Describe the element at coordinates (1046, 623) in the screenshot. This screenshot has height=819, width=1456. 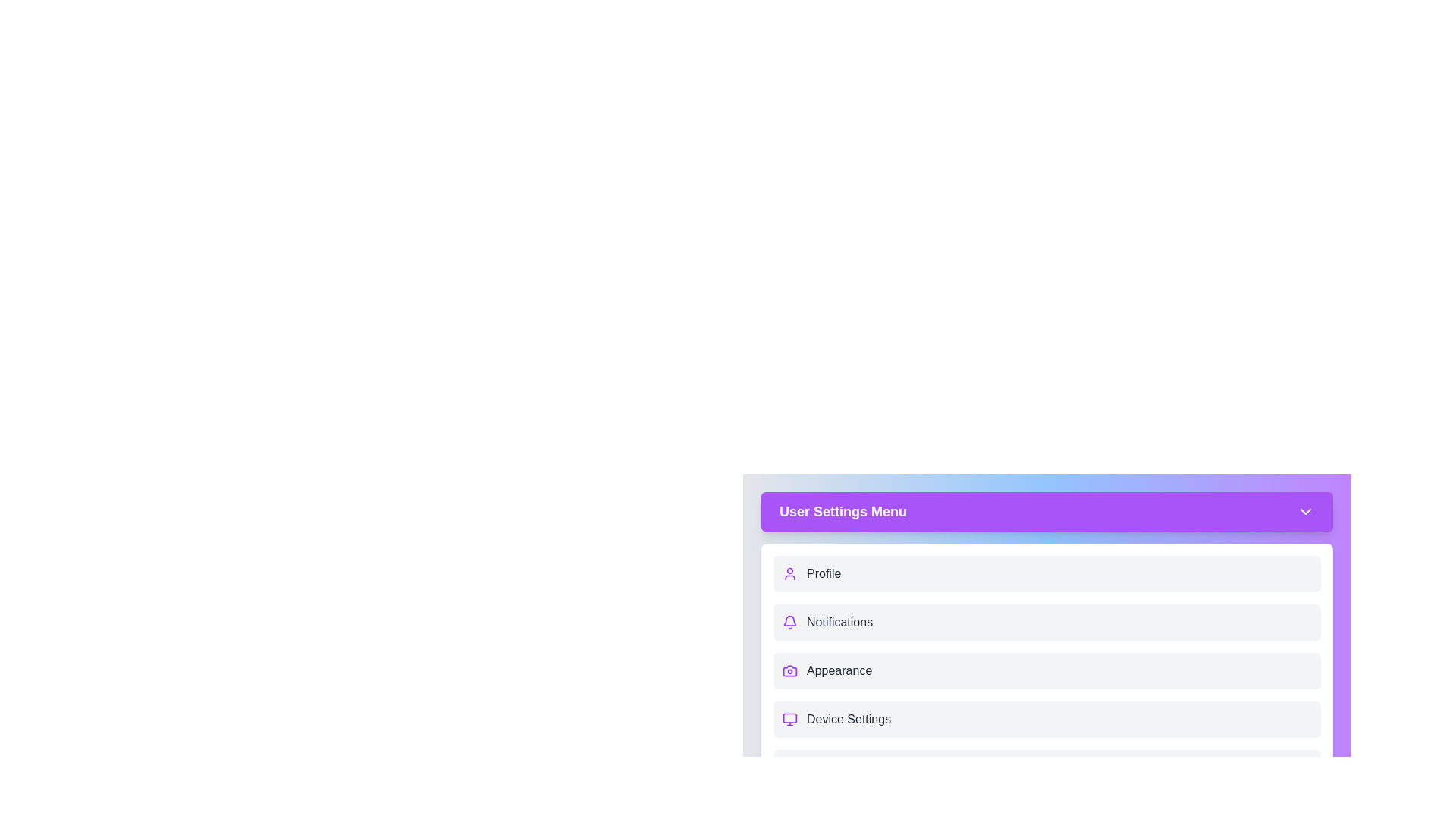
I see `the menu item Notifications from the User Settings Menu` at that location.